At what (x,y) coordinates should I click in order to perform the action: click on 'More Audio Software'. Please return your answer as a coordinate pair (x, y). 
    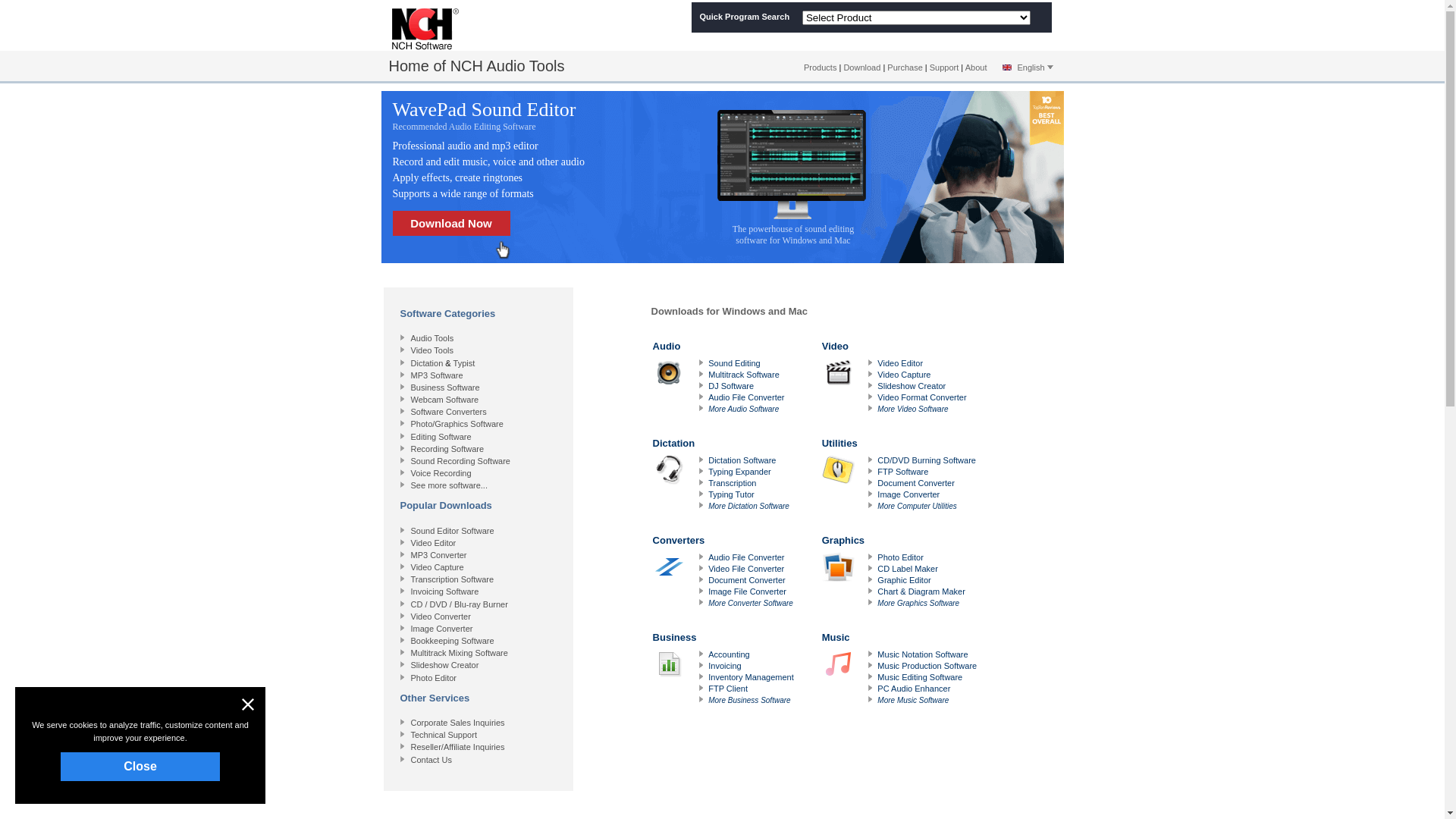
    Looking at the image, I should click on (743, 408).